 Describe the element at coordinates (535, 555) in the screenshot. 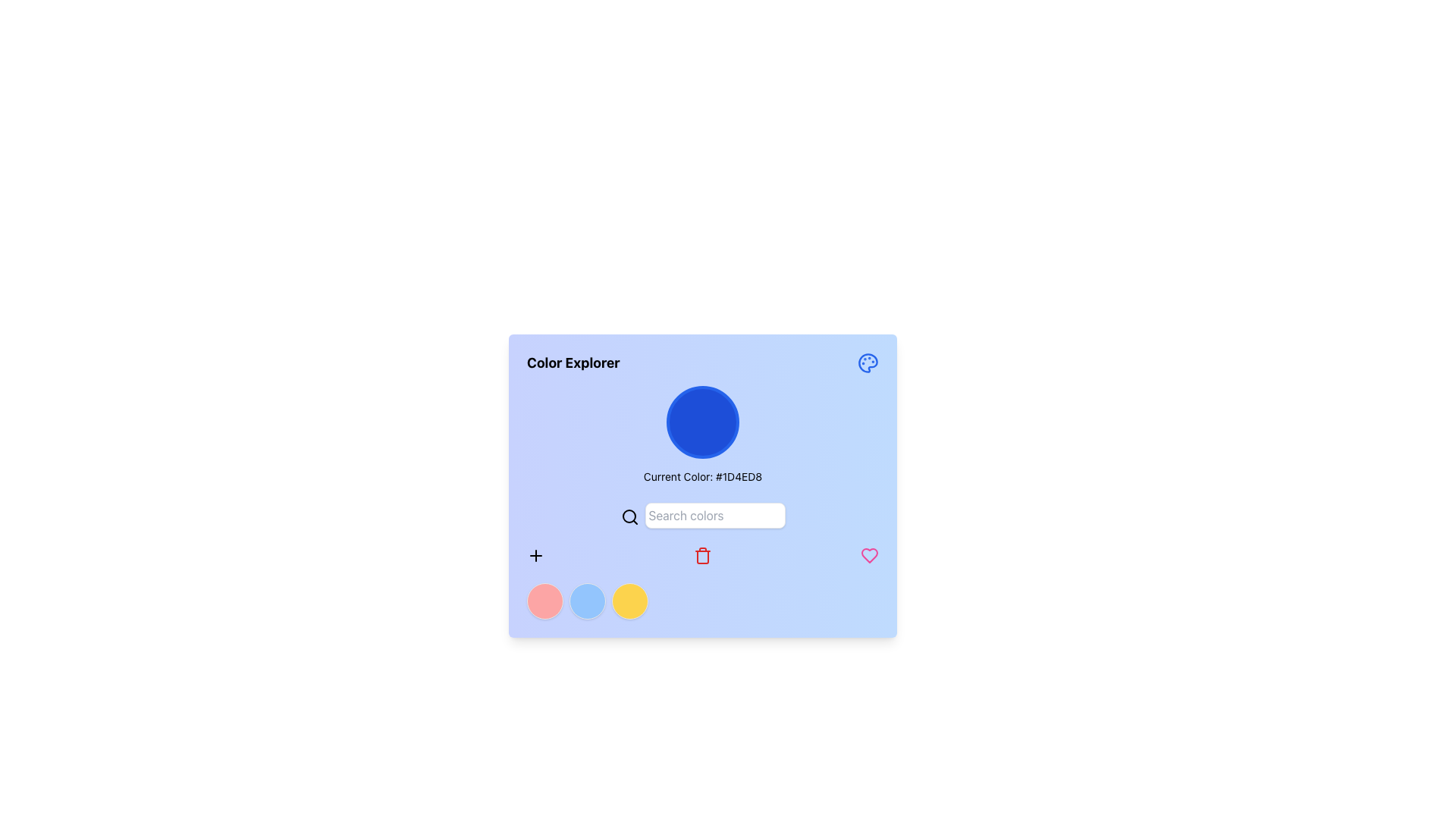

I see `the plus sign button icon located in the lower left section of the interface` at that location.